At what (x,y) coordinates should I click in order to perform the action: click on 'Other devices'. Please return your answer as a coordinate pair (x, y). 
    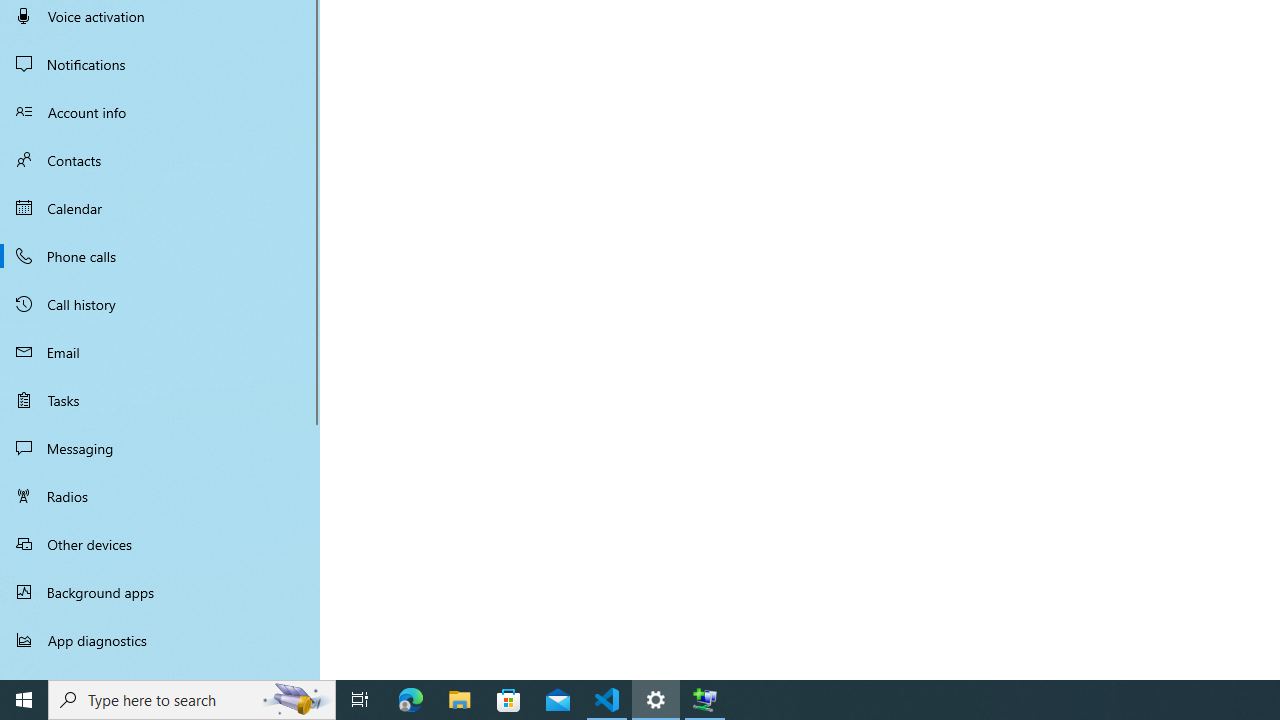
    Looking at the image, I should click on (160, 543).